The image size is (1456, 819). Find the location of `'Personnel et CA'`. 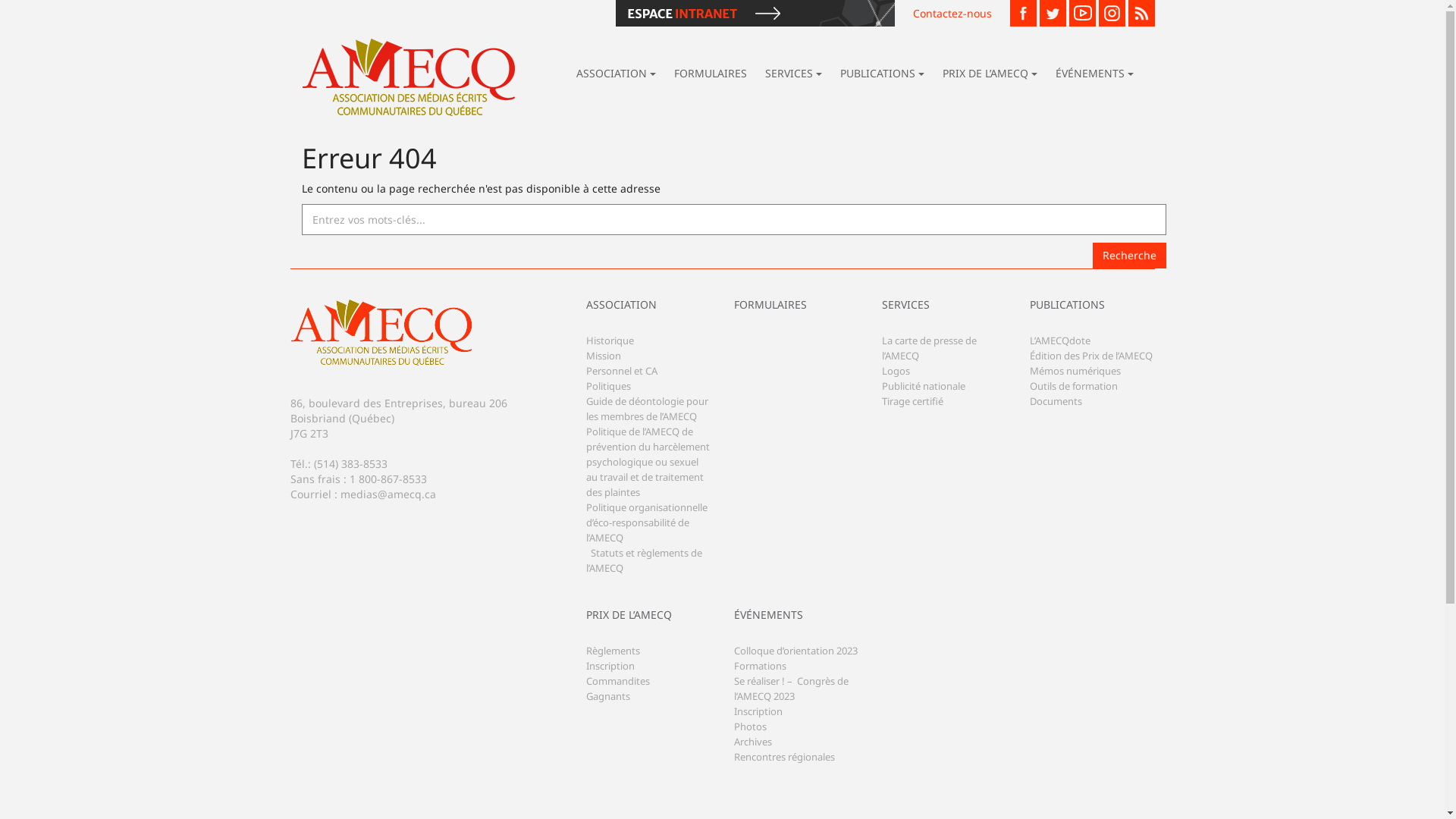

'Personnel et CA' is located at coordinates (621, 381).